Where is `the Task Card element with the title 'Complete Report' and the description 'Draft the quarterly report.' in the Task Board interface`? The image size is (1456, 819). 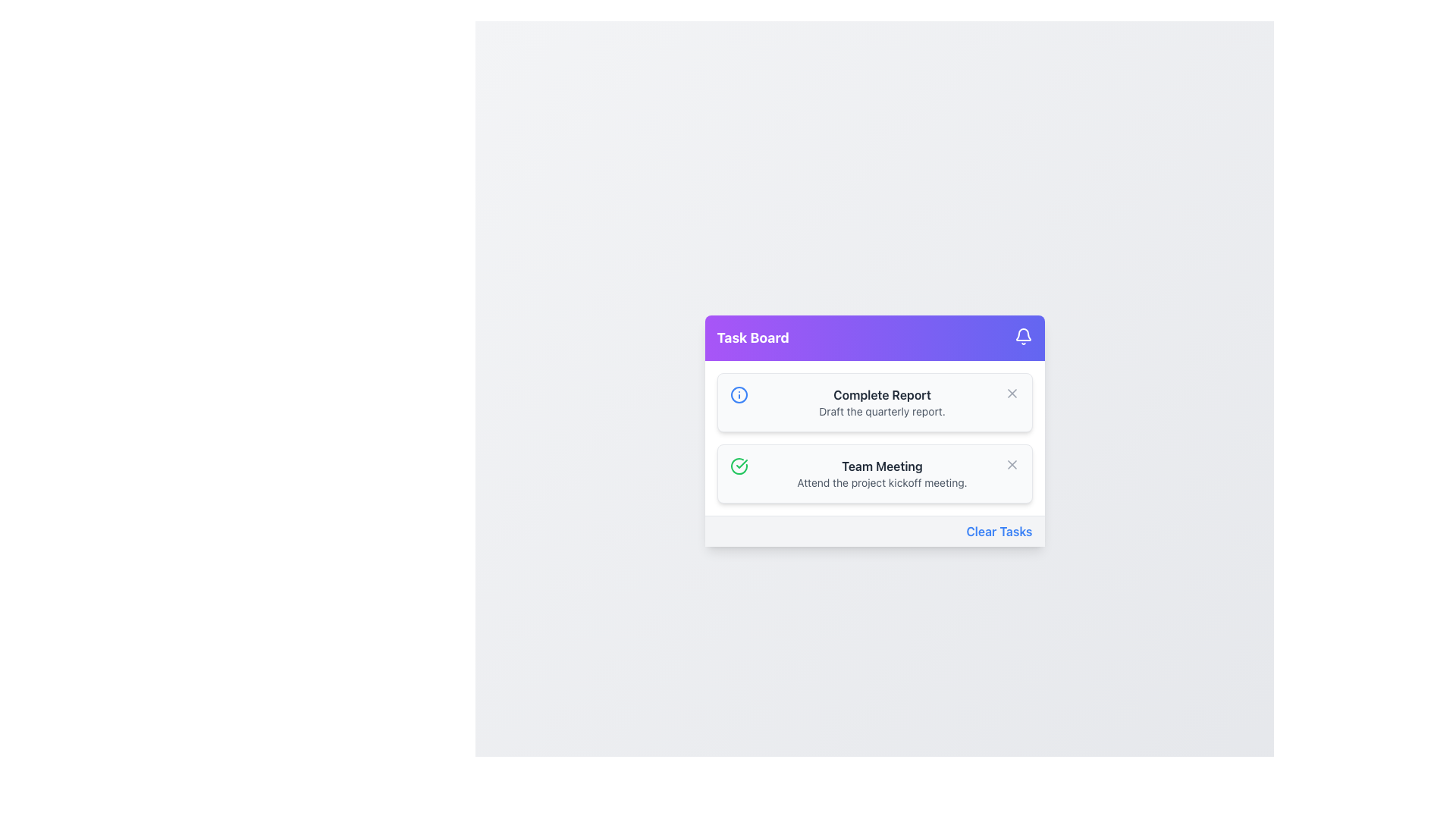
the Task Card element with the title 'Complete Report' and the description 'Draft the quarterly report.' in the Task Board interface is located at coordinates (874, 401).